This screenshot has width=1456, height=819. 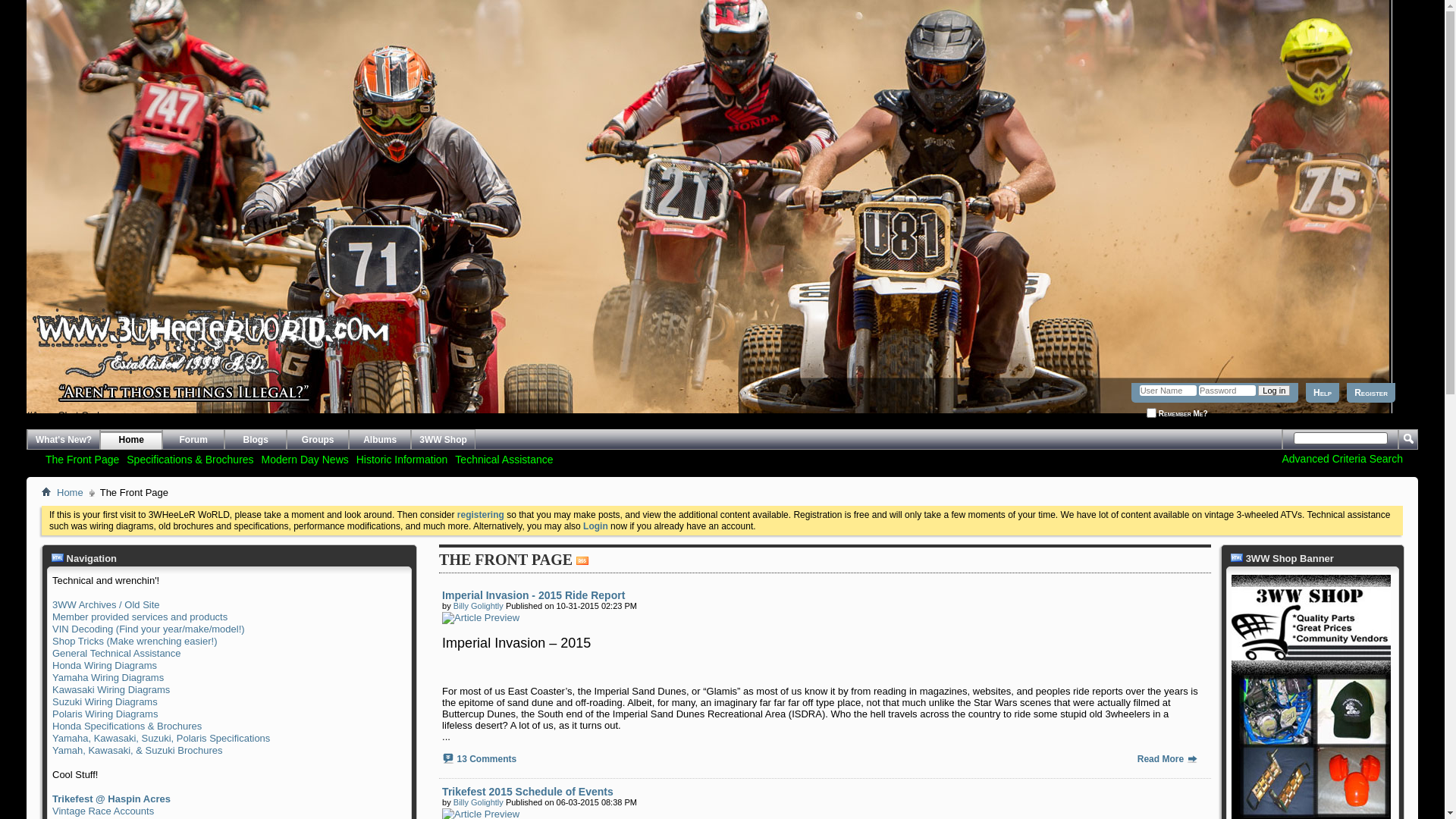 I want to click on 'Historic Information', so click(x=402, y=458).